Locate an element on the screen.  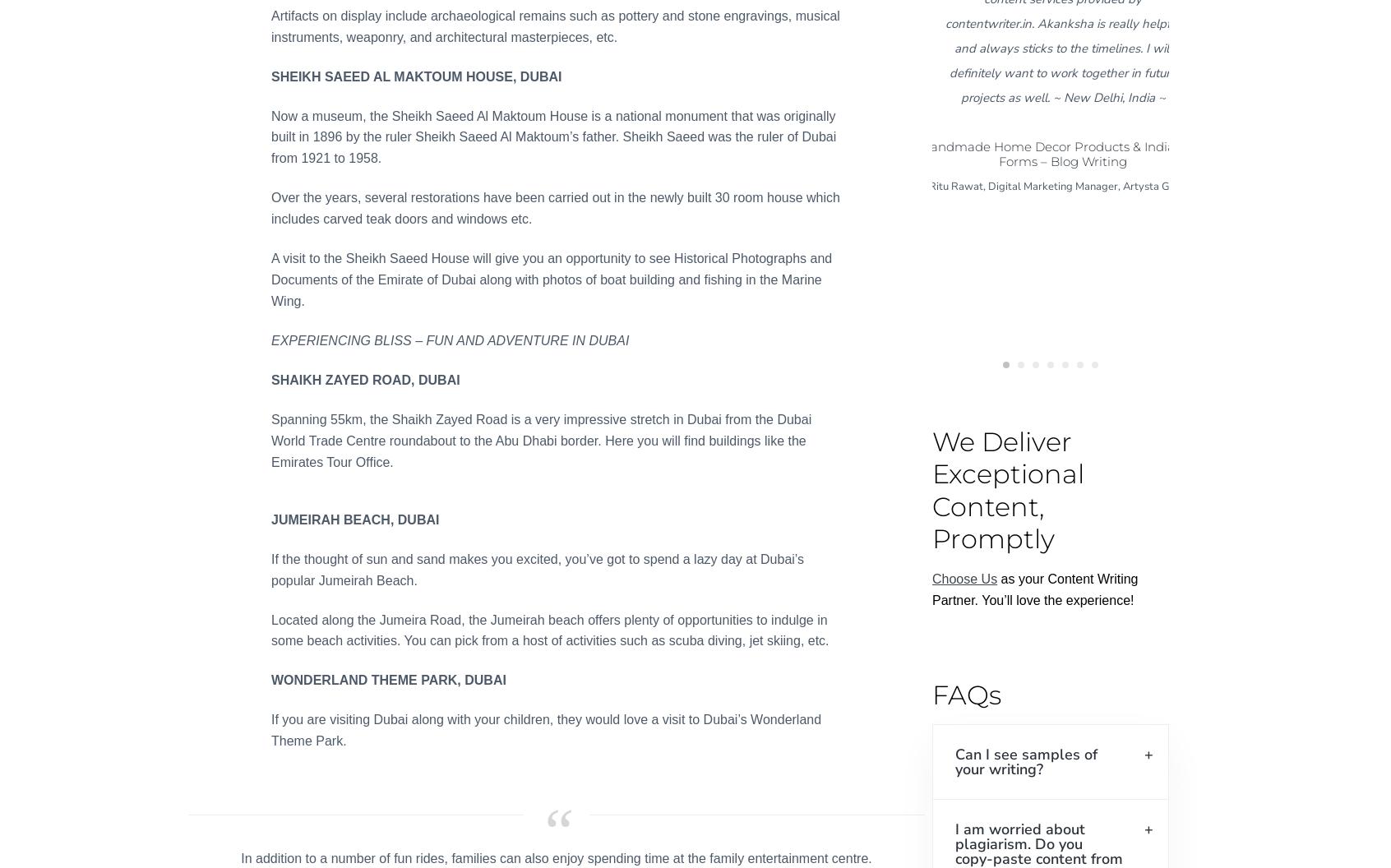
'In addition to a number of fun rides, families can also enjoy spending time at the family entertainment centre.' is located at coordinates (240, 857).